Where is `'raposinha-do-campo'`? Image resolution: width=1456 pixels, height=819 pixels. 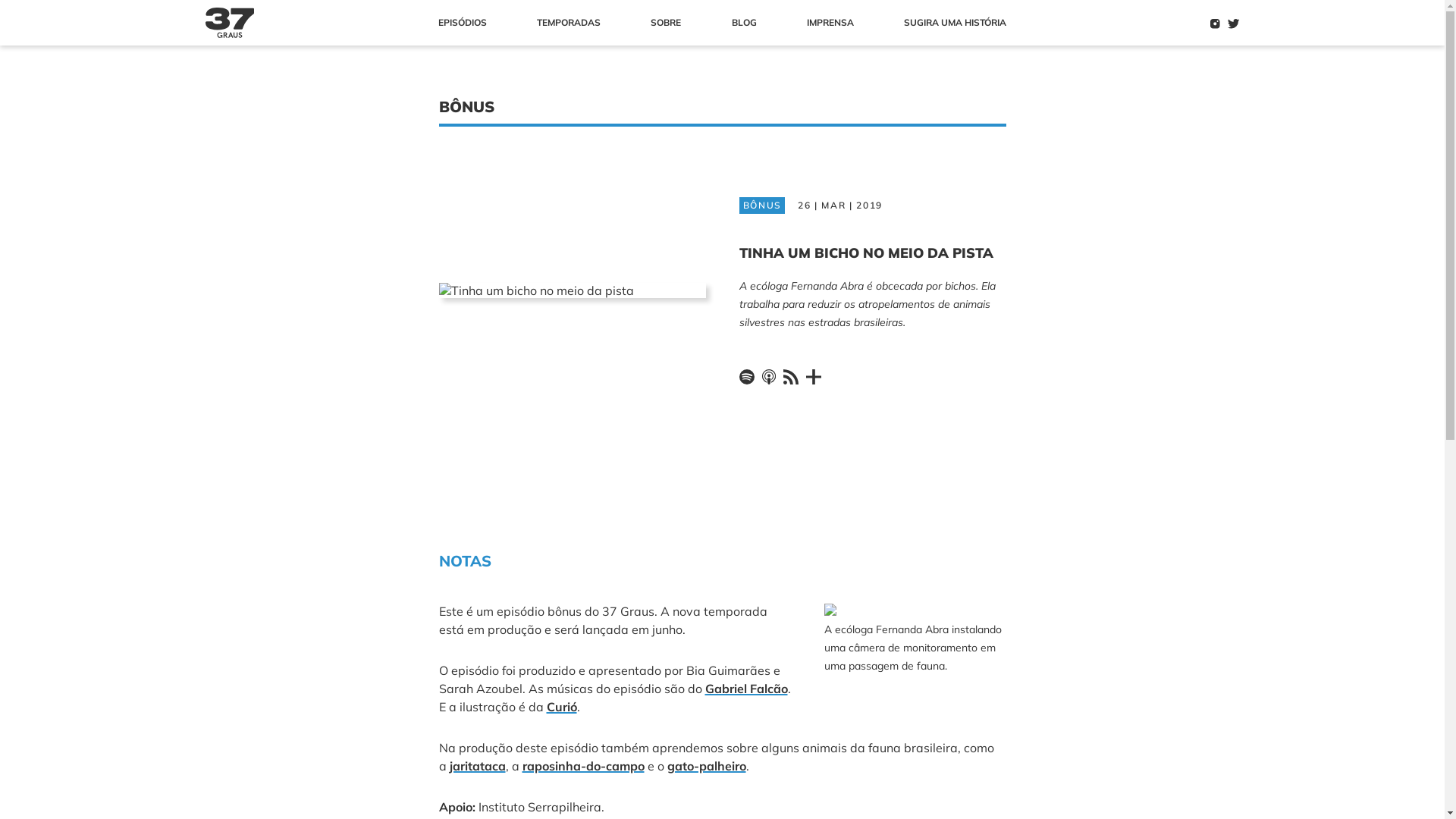
'raposinha-do-campo' is located at coordinates (582, 766).